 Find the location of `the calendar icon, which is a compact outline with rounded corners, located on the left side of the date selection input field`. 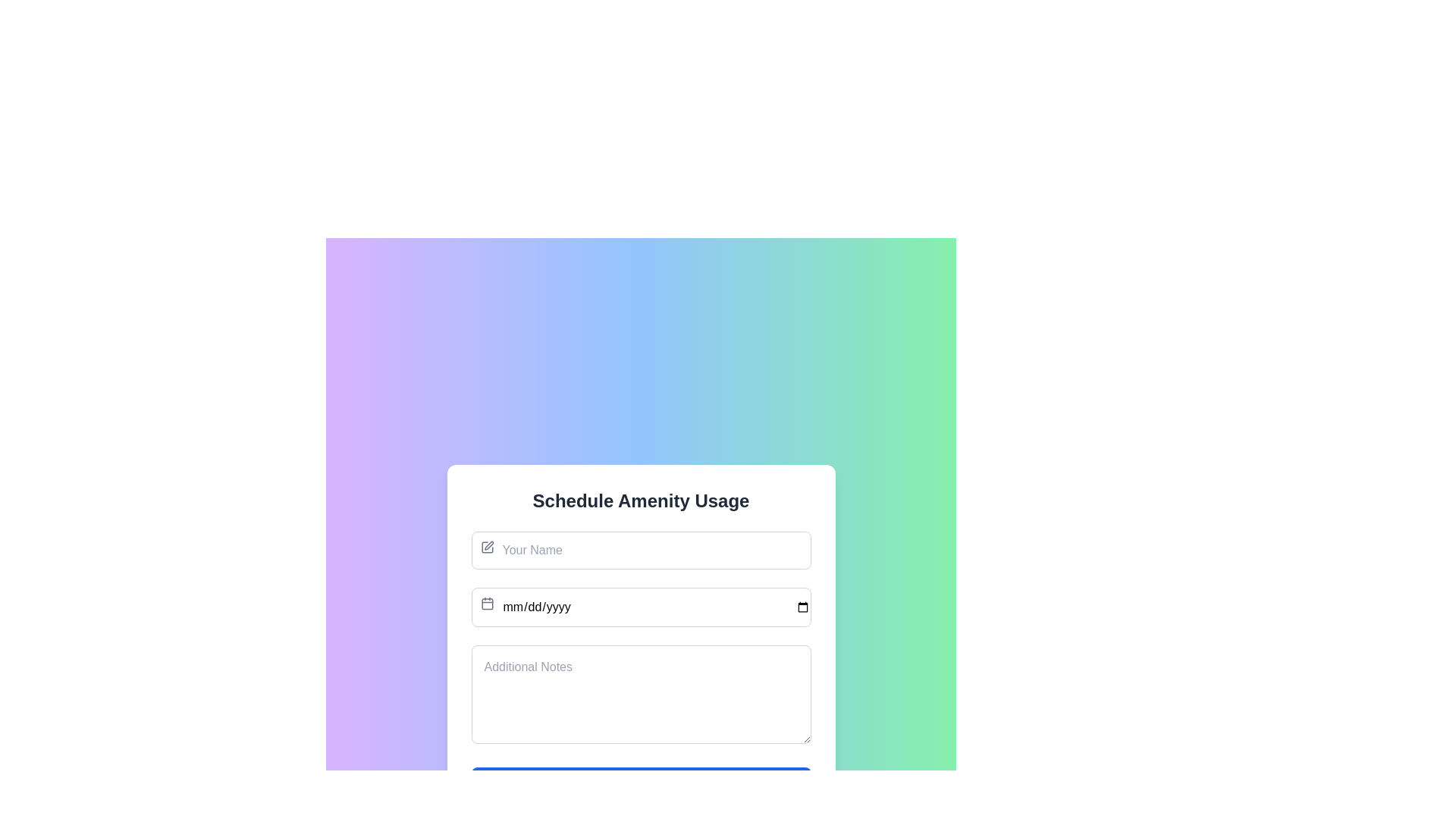

the calendar icon, which is a compact outline with rounded corners, located on the left side of the date selection input field is located at coordinates (487, 602).